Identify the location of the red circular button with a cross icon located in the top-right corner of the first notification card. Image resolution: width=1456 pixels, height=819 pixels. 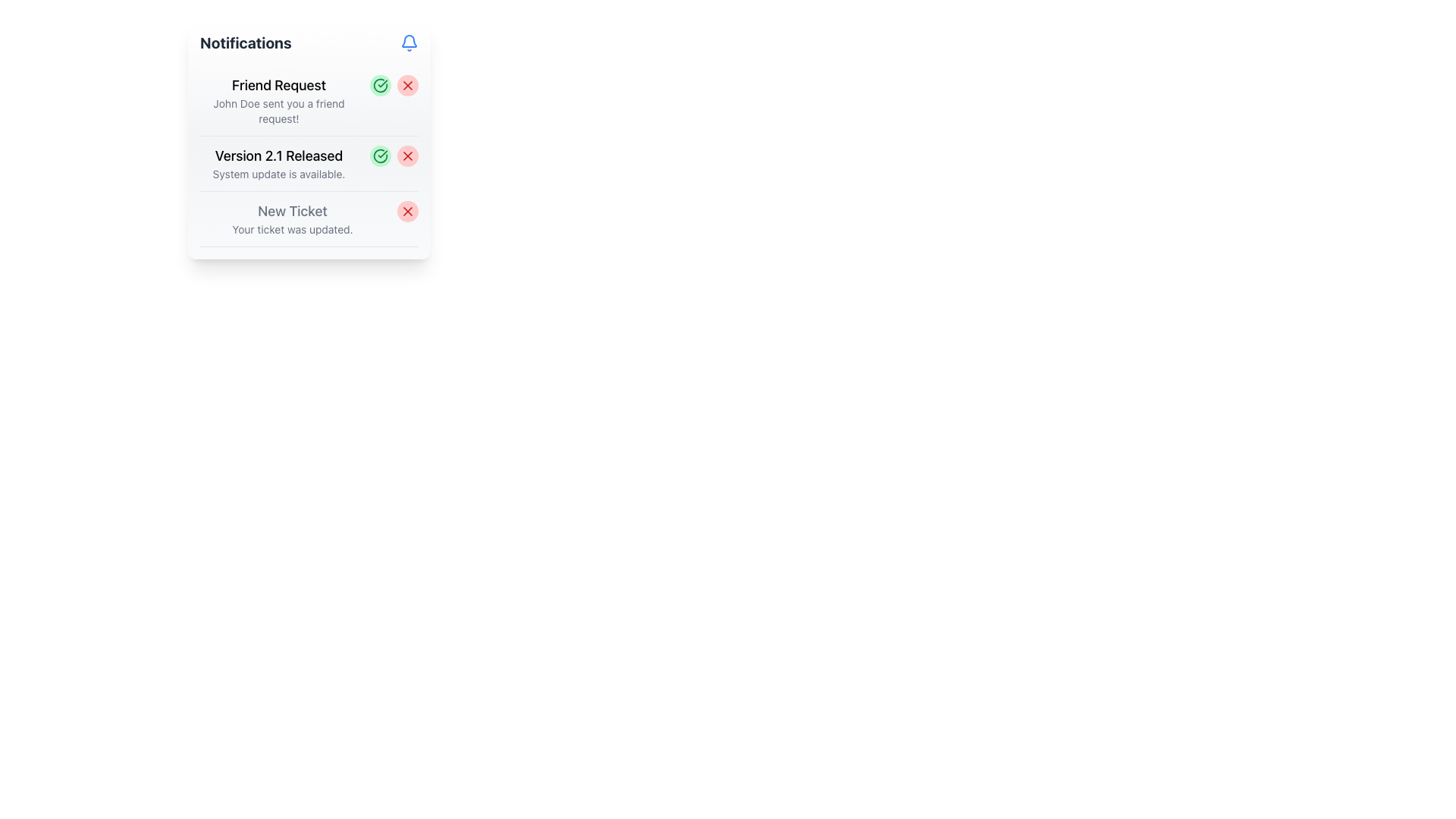
(407, 85).